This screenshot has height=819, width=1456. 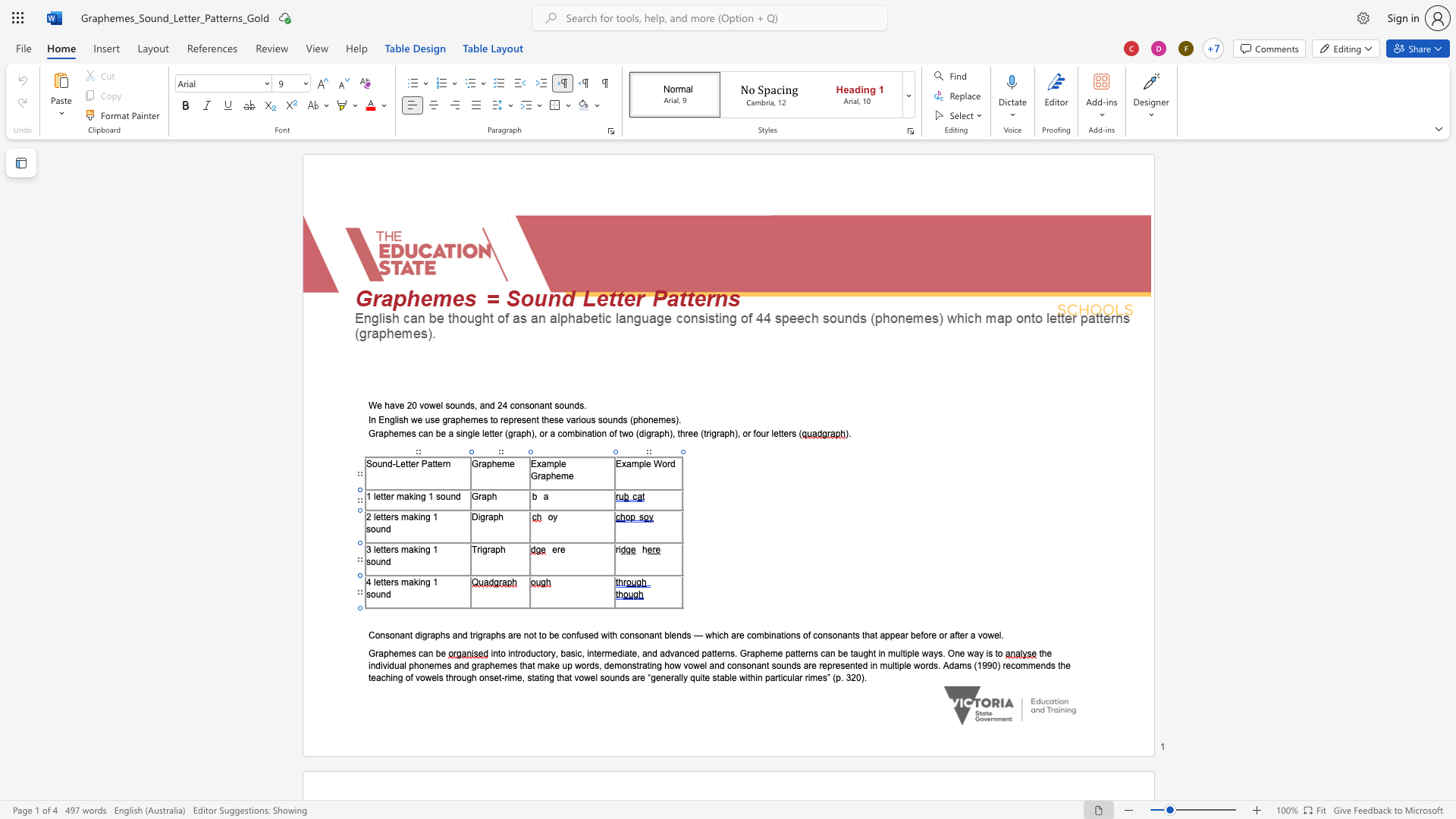 I want to click on the space between the continuous character "v" and "o" in the text, so click(x=983, y=635).